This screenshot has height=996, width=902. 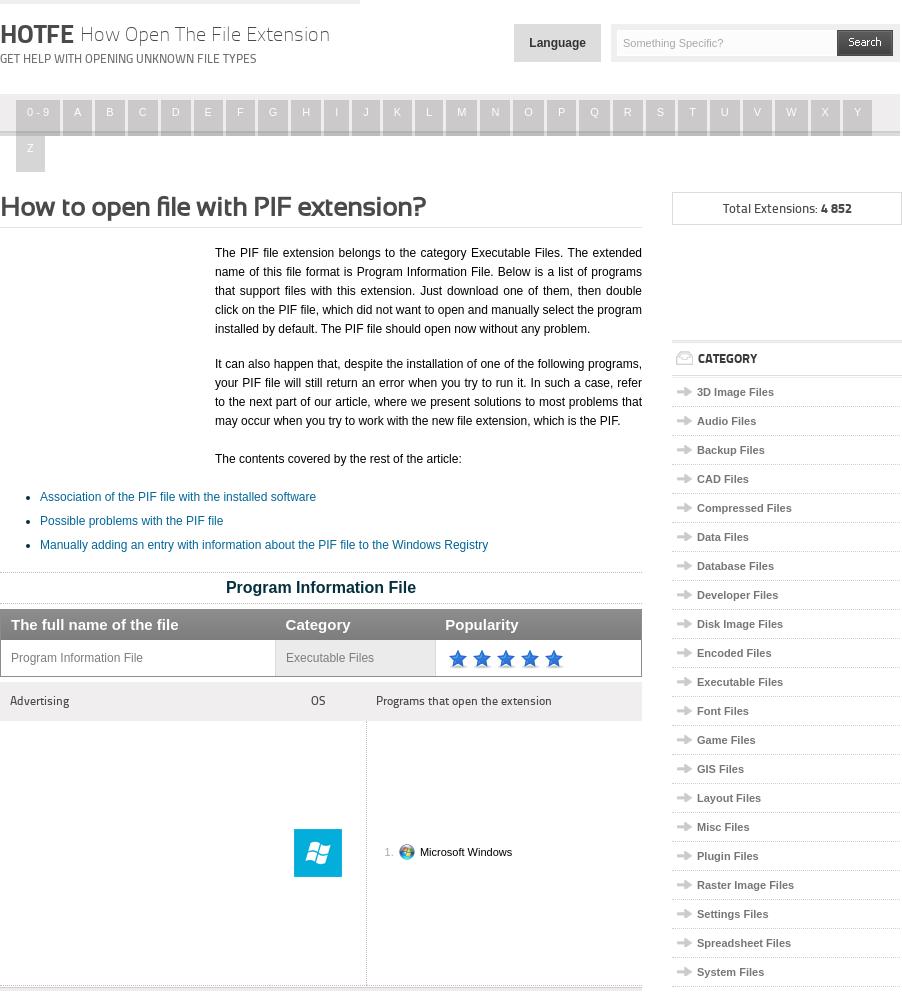 What do you see at coordinates (364, 111) in the screenshot?
I see `'J'` at bounding box center [364, 111].